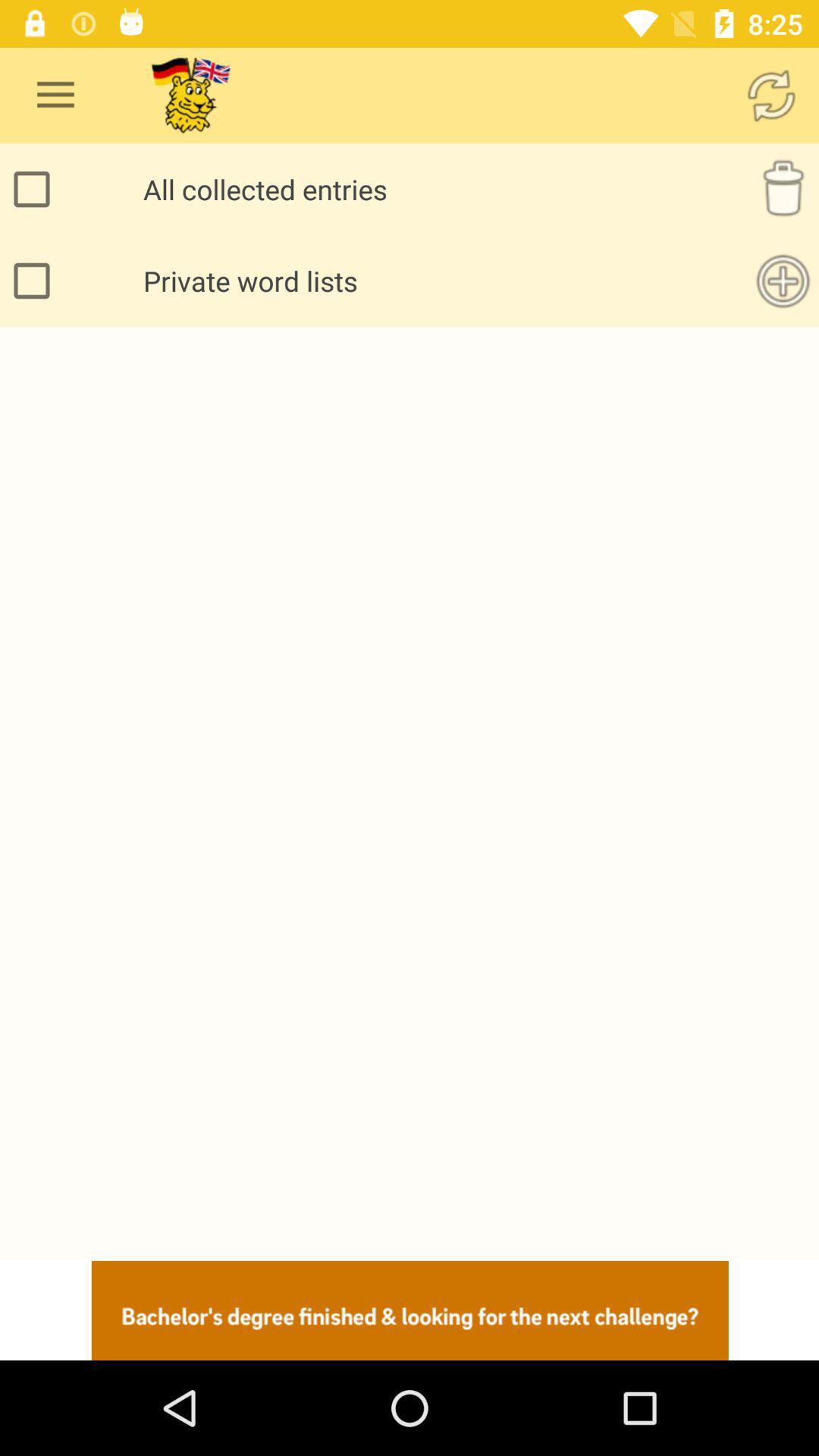  Describe the element at coordinates (783, 188) in the screenshot. I see `delete` at that location.